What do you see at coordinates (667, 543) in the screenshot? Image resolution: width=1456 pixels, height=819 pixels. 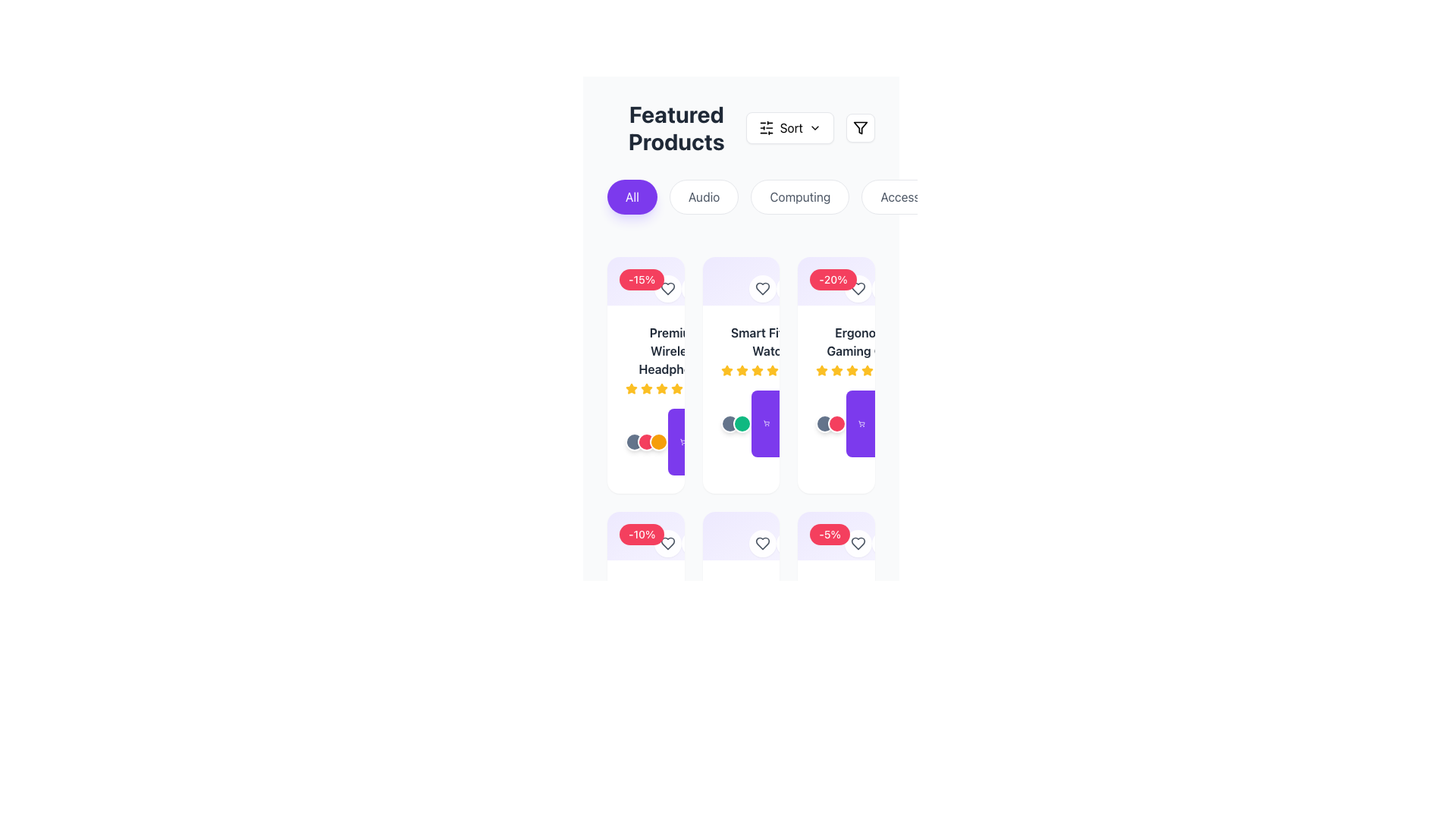 I see `the heart icon button in the top-right corner of the product information card` at bounding box center [667, 543].